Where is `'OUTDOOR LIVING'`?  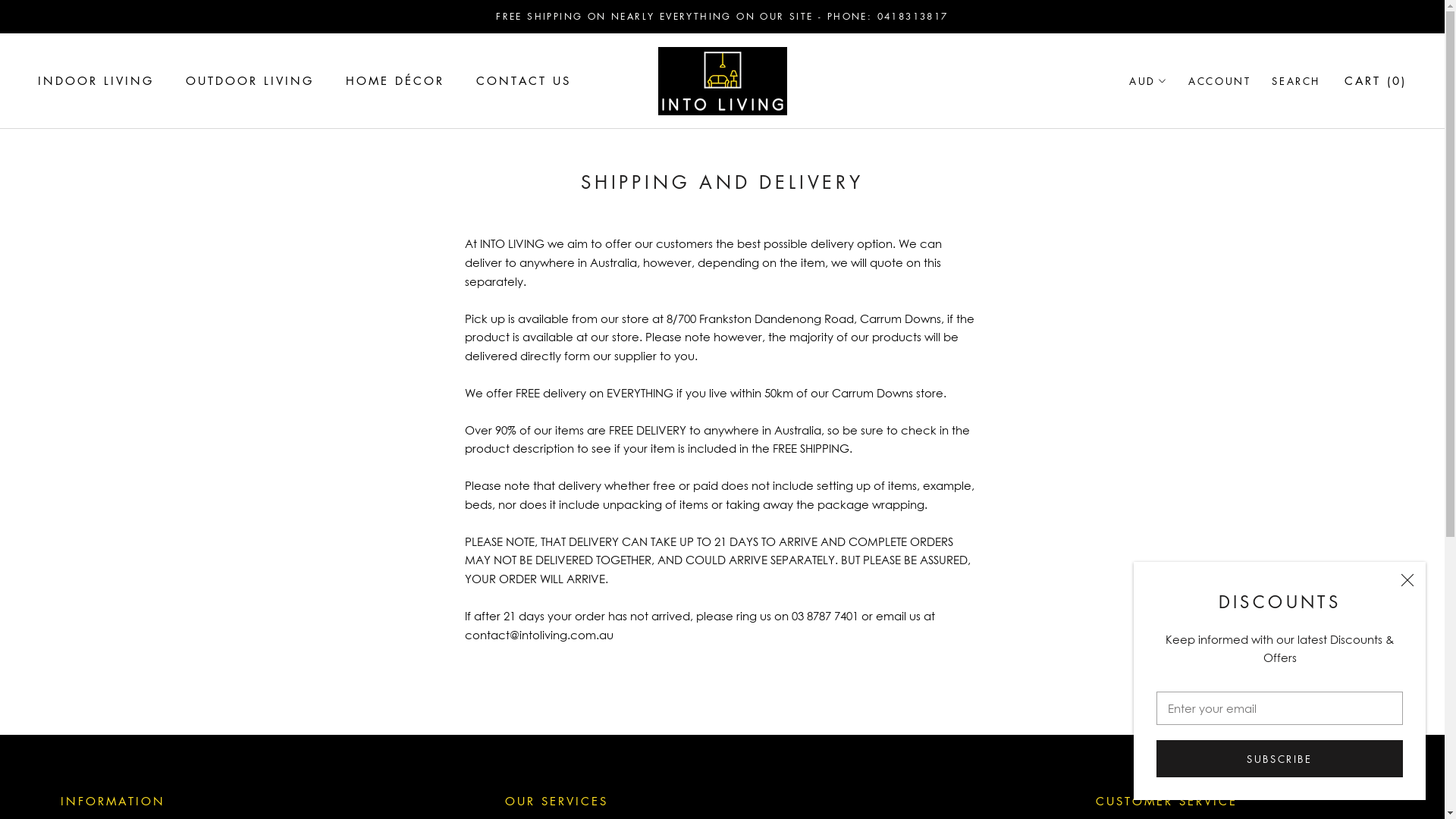
'OUTDOOR LIVING' is located at coordinates (249, 80).